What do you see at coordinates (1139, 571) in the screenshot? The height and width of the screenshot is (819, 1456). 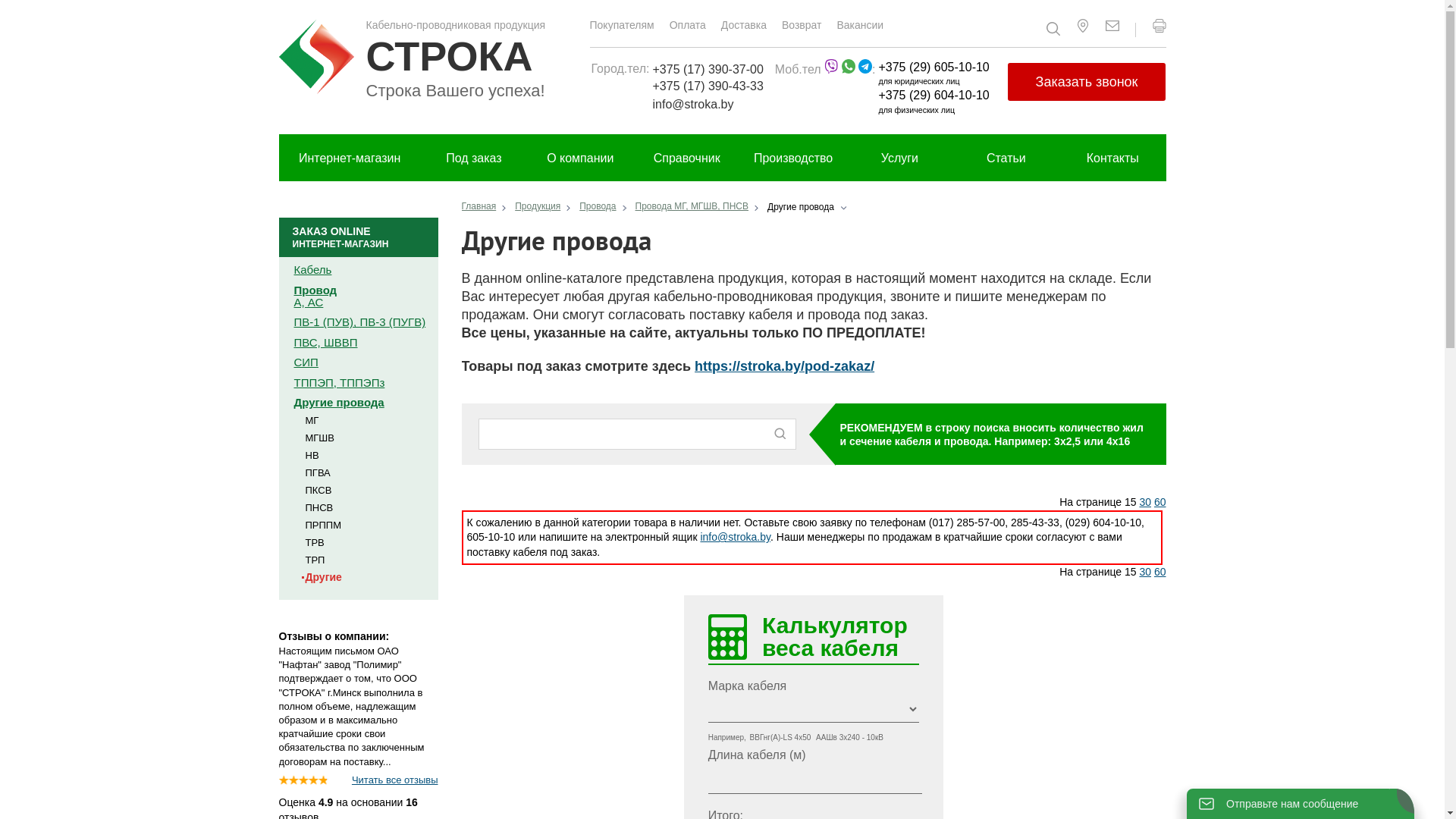 I see `'30'` at bounding box center [1139, 571].